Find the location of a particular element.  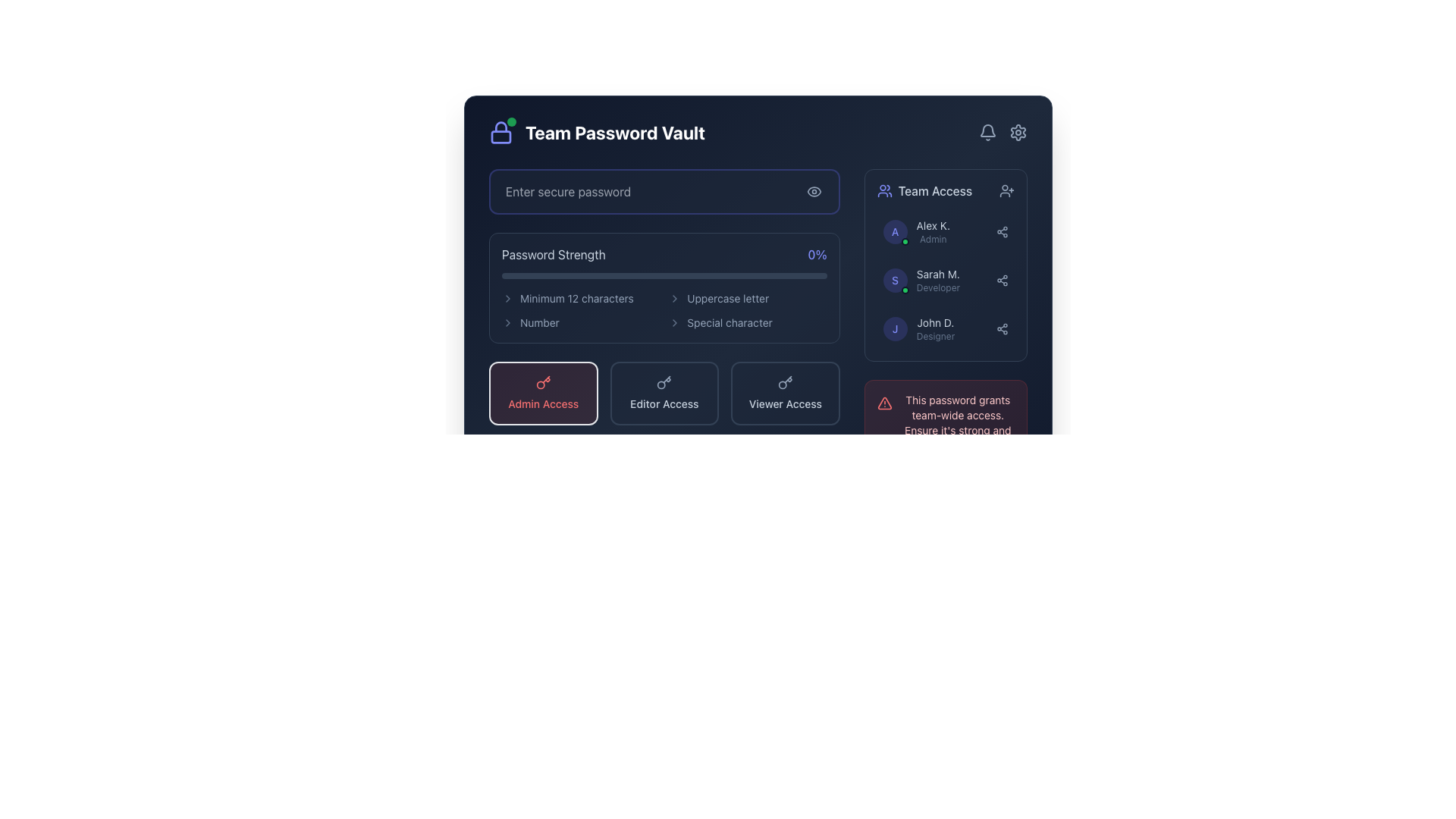

the alert icon located in the bottom-right corner of the interface, which is embedded within a red box indicating cautionary information is located at coordinates (884, 403).